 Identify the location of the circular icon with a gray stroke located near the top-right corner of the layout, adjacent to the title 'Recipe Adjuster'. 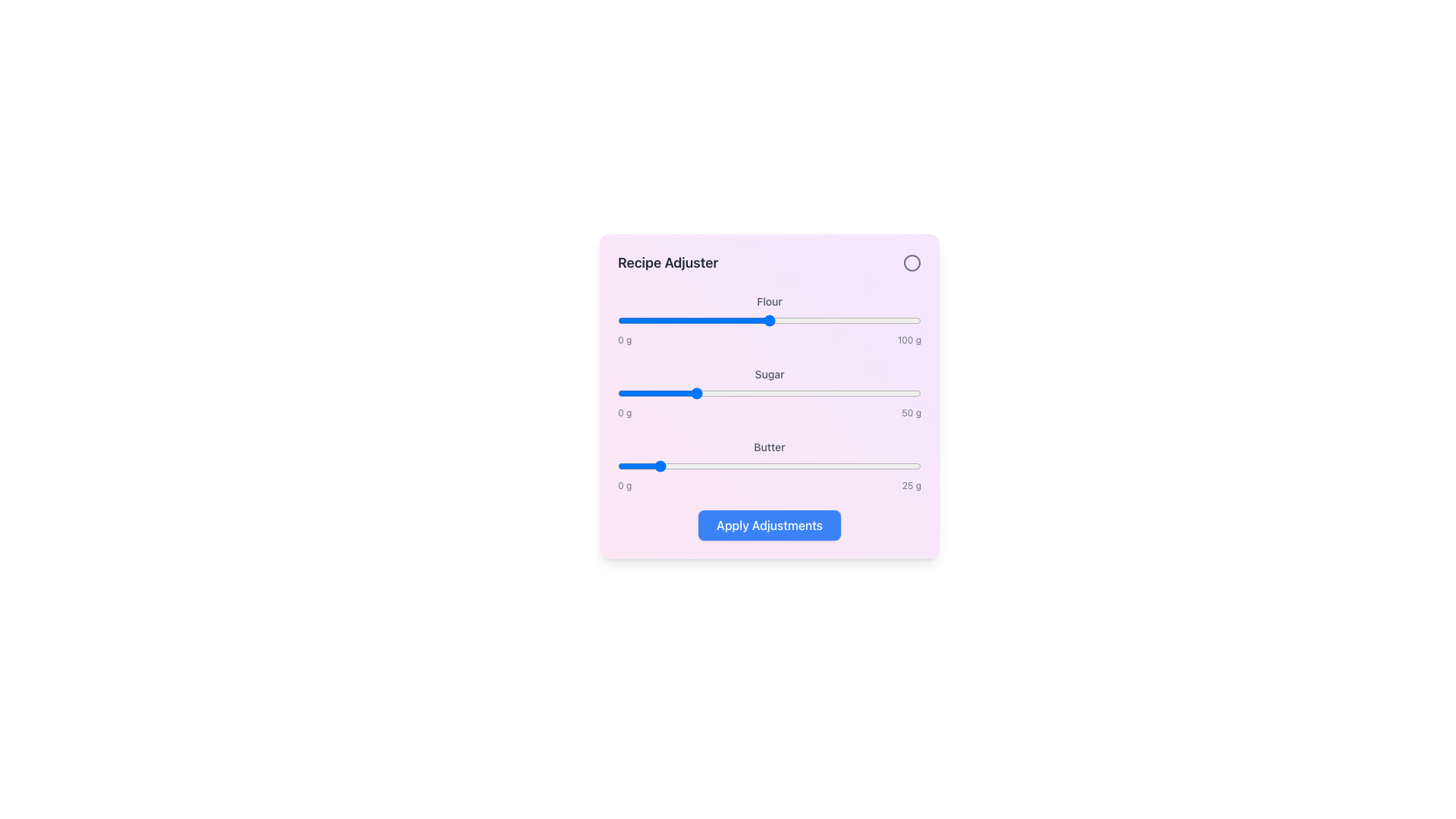
(912, 262).